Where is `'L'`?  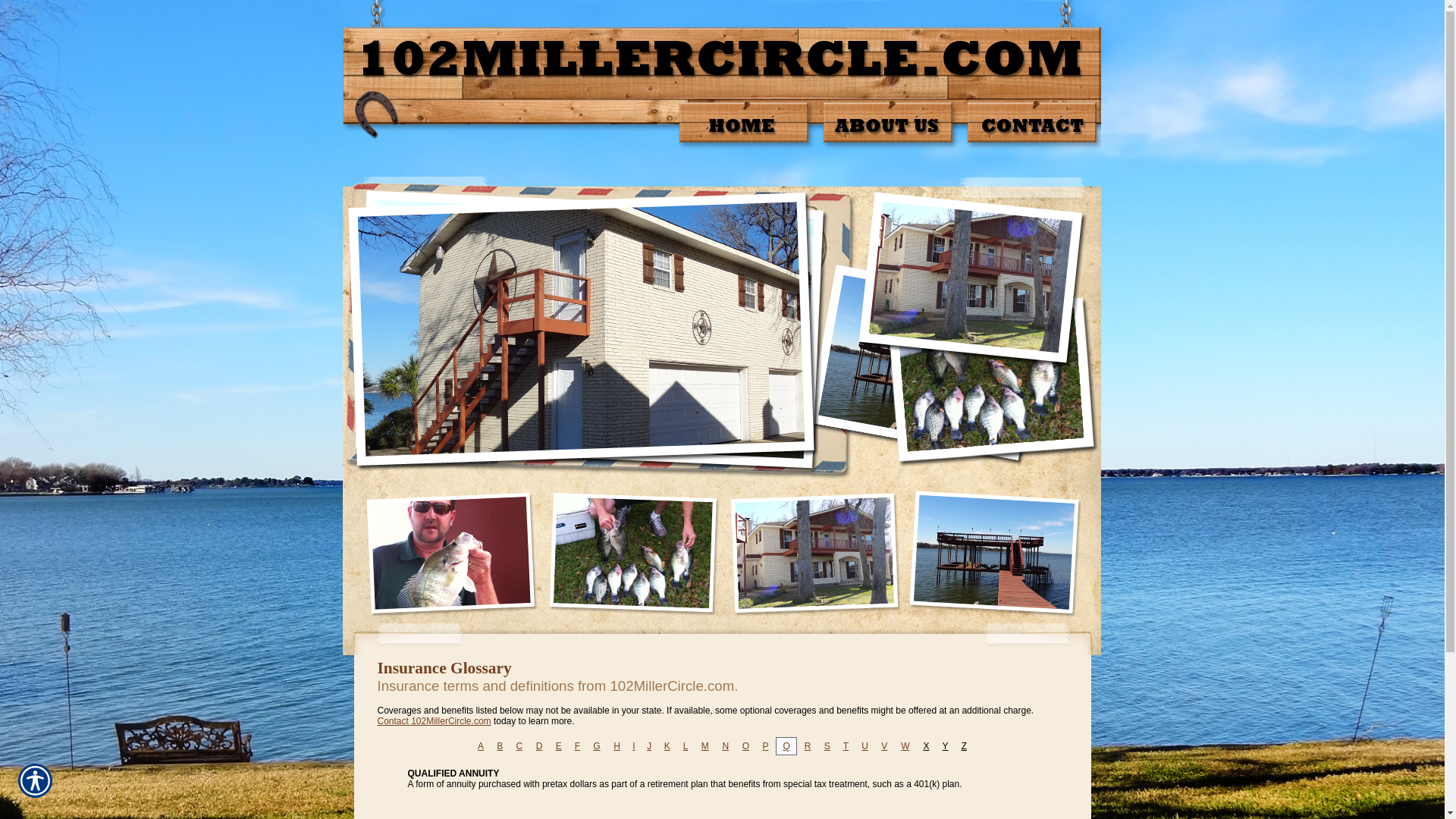 'L' is located at coordinates (685, 745).